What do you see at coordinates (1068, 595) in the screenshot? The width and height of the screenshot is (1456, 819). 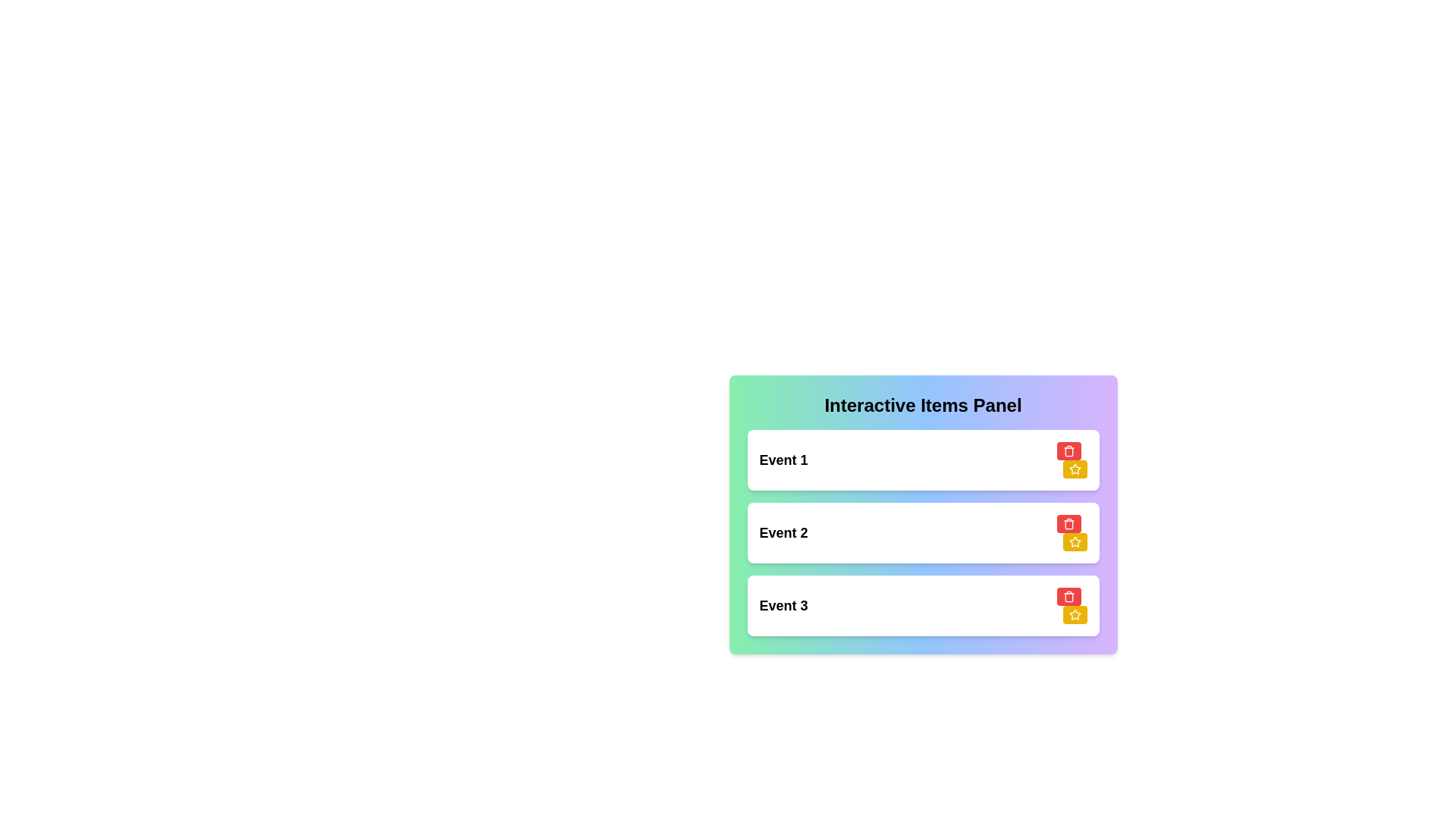 I see `the trash can icon button, styled in a red square background, located on the right-hand side of 'Event 2'` at bounding box center [1068, 595].